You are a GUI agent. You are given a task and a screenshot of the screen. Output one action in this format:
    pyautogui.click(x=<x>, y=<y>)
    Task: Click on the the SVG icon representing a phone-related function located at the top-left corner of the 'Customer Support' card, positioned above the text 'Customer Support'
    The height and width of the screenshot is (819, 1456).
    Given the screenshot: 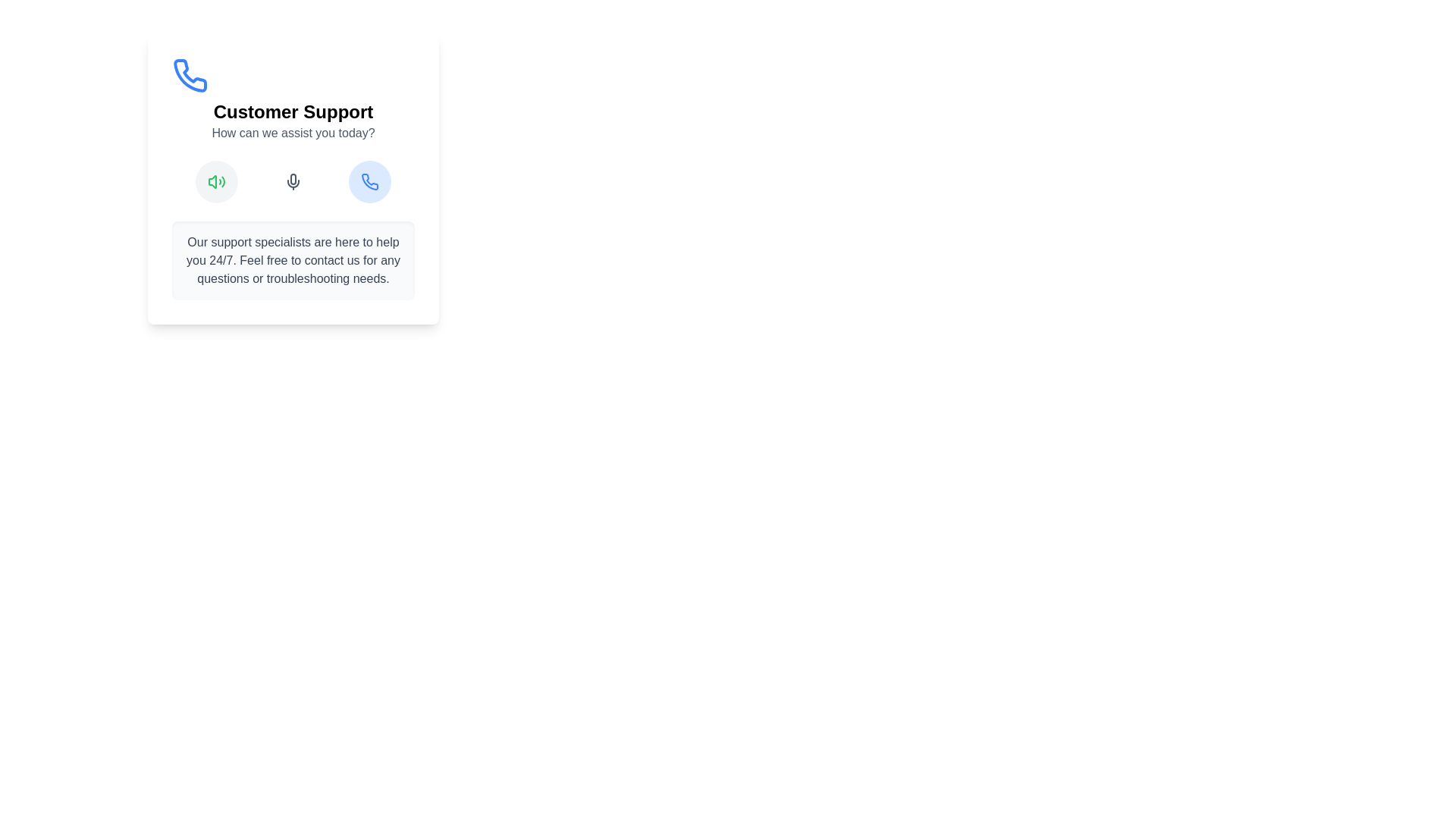 What is the action you would take?
    pyautogui.click(x=370, y=180)
    